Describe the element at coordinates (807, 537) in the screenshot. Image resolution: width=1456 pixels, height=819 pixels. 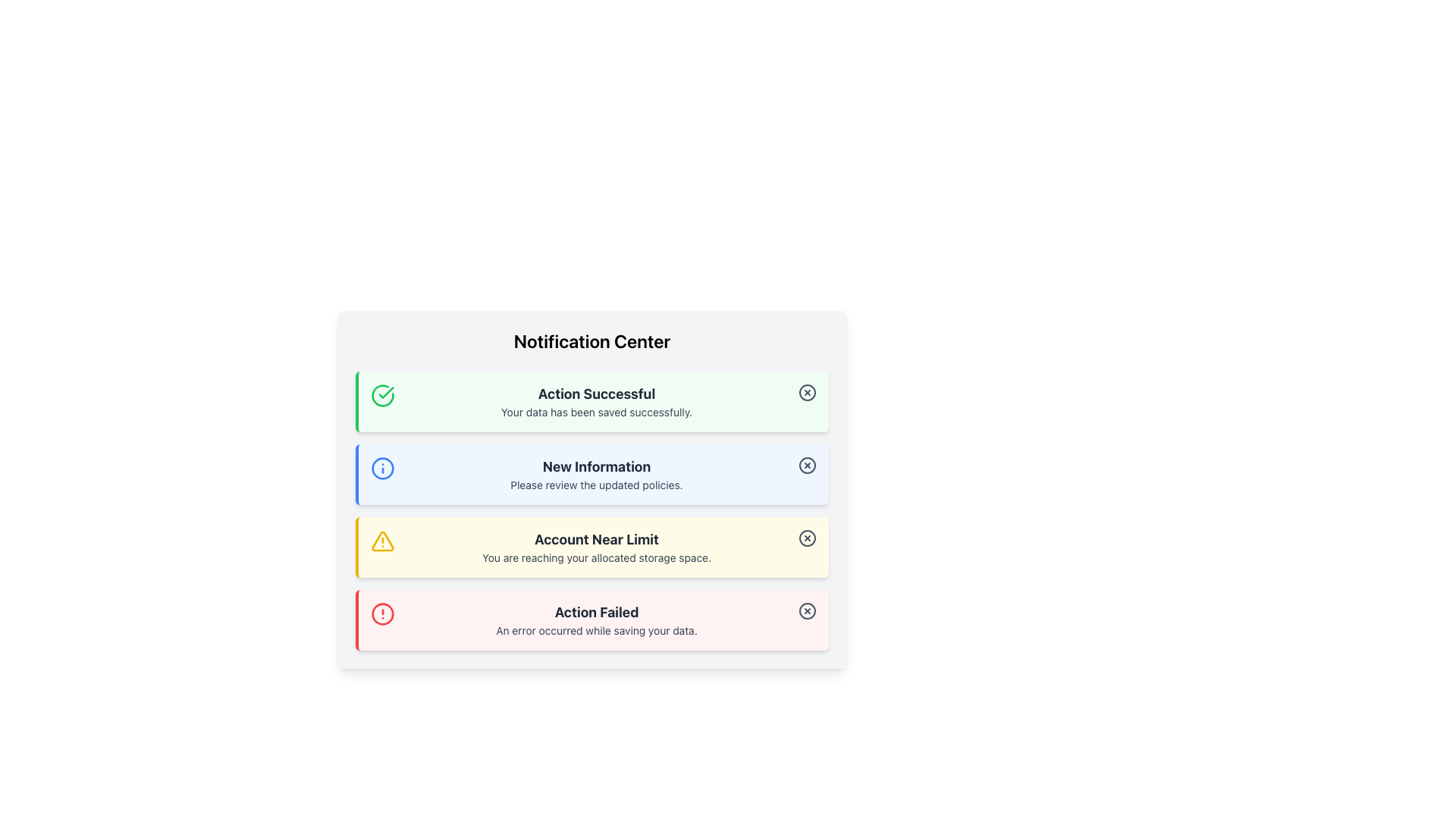
I see `the dismiss button, which is a small circular gray icon with an 'X' mark located at the right end of the yellow notification box titled 'Account Near Limit'` at that location.